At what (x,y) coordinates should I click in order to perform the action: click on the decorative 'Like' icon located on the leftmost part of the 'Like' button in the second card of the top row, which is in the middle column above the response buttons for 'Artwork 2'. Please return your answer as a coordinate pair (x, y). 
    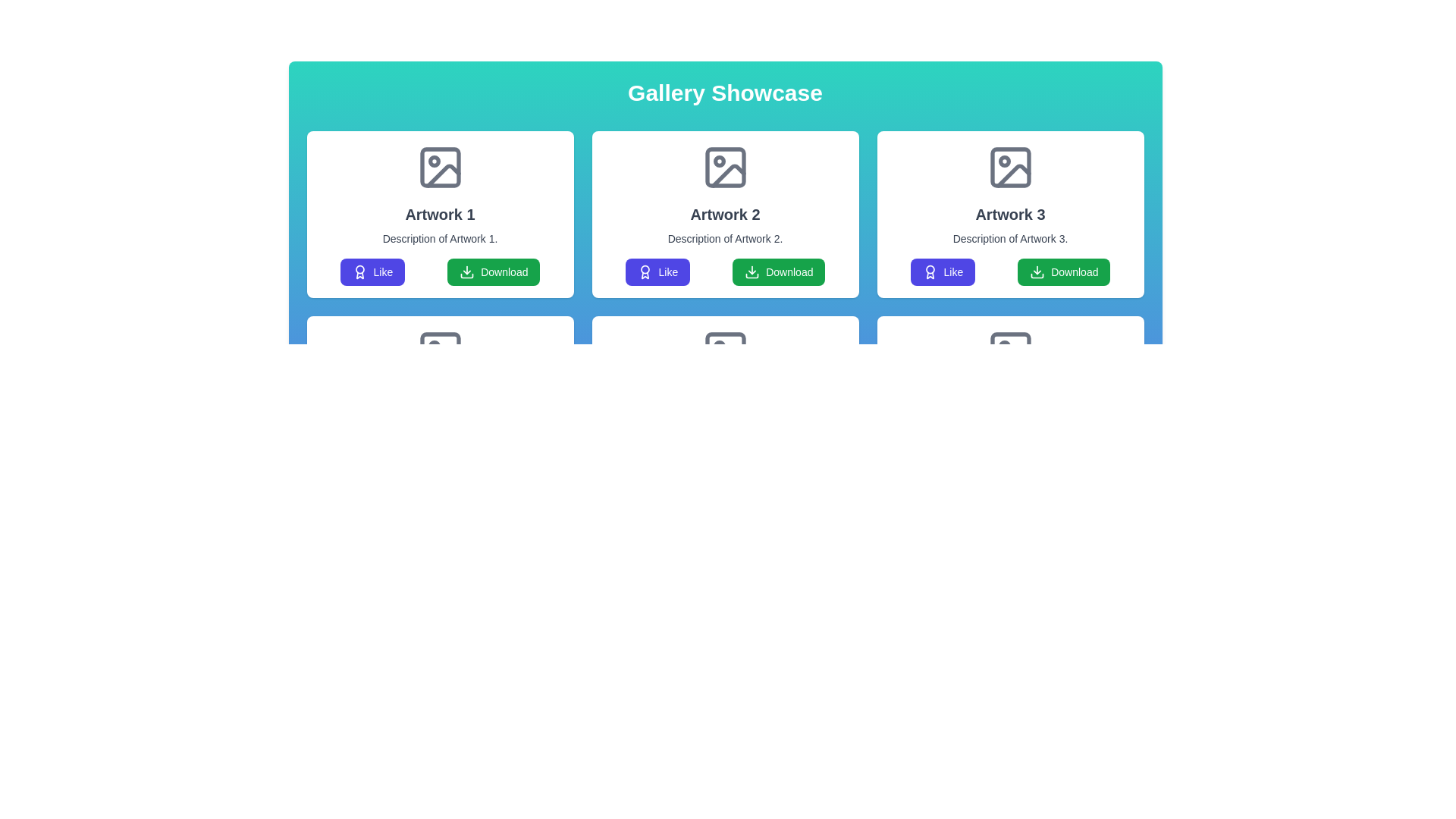
    Looking at the image, I should click on (645, 271).